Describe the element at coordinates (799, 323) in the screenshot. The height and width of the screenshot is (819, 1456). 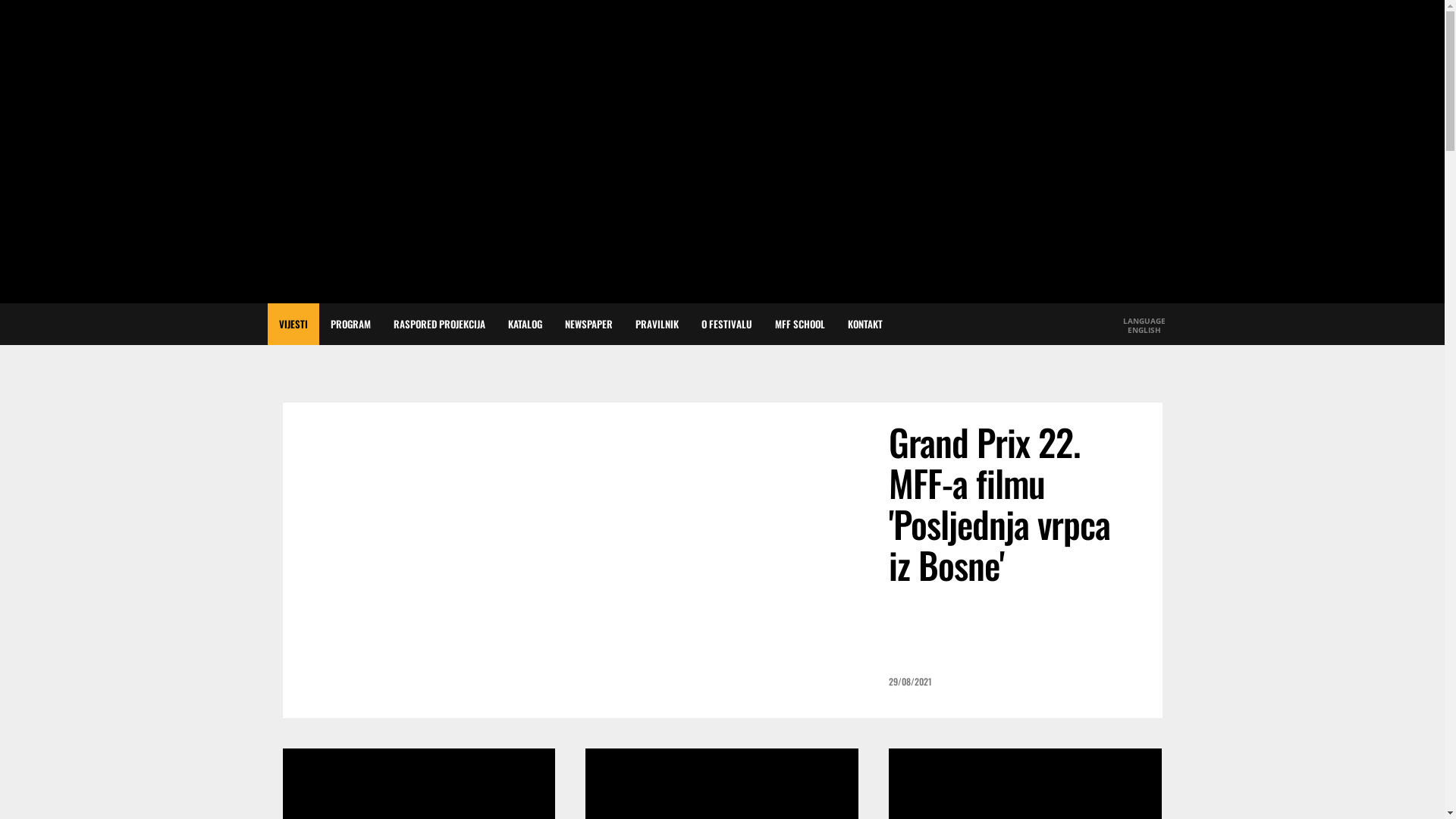
I see `'MFF SCHOOL'` at that location.